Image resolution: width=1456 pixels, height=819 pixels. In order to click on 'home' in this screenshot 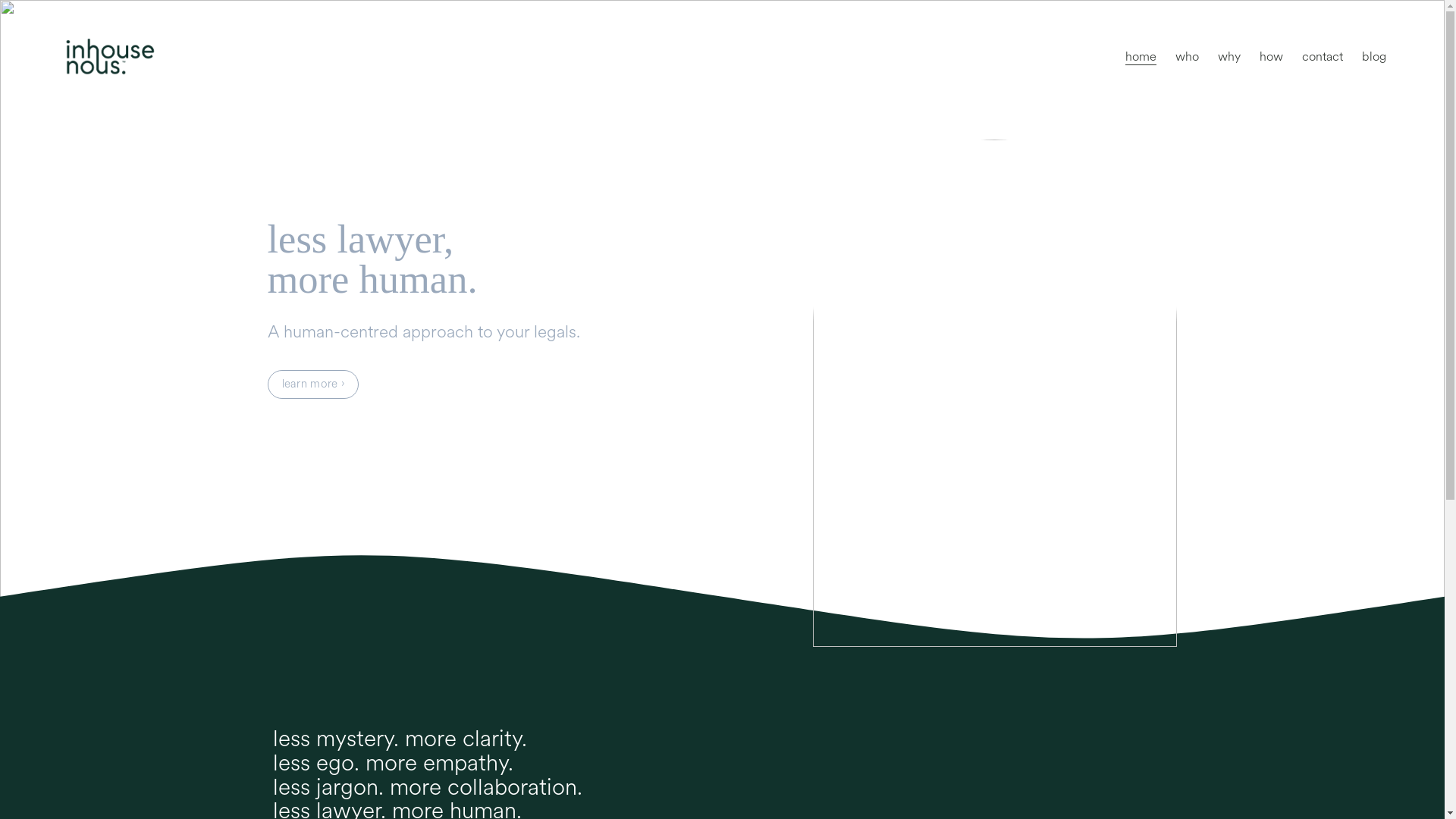, I will do `click(1141, 55)`.